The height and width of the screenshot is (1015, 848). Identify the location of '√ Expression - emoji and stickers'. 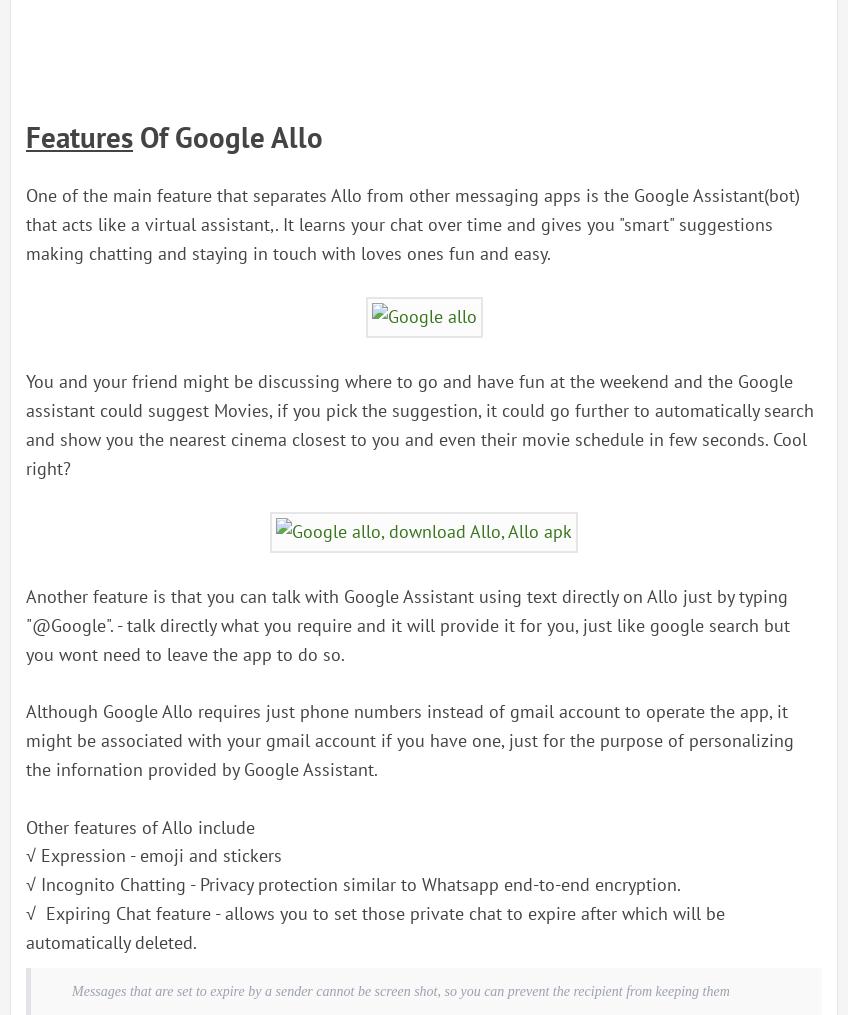
(152, 855).